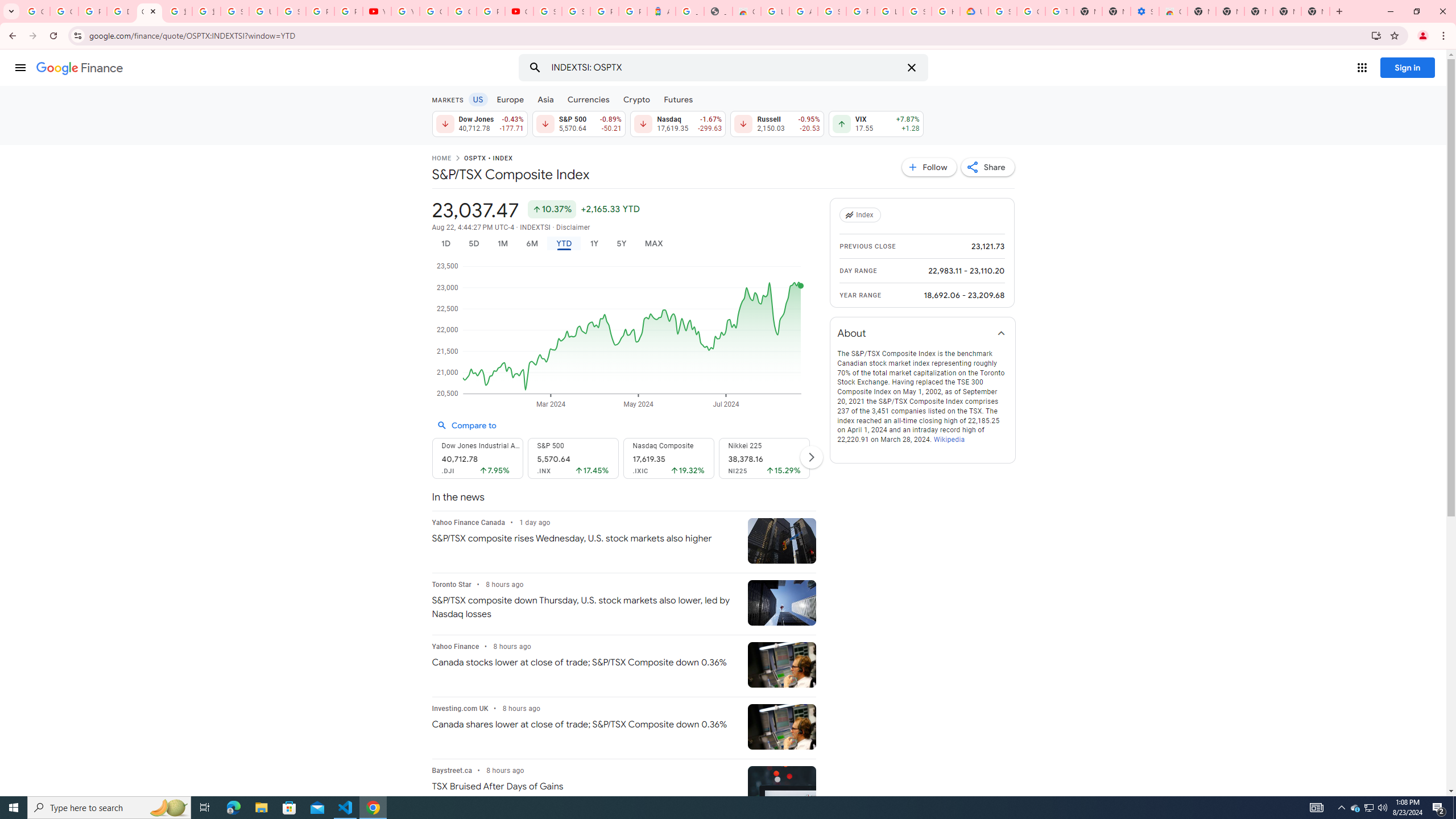  Describe the element at coordinates (575, 11) in the screenshot. I see `'Sign in - Google Accounts'` at that location.